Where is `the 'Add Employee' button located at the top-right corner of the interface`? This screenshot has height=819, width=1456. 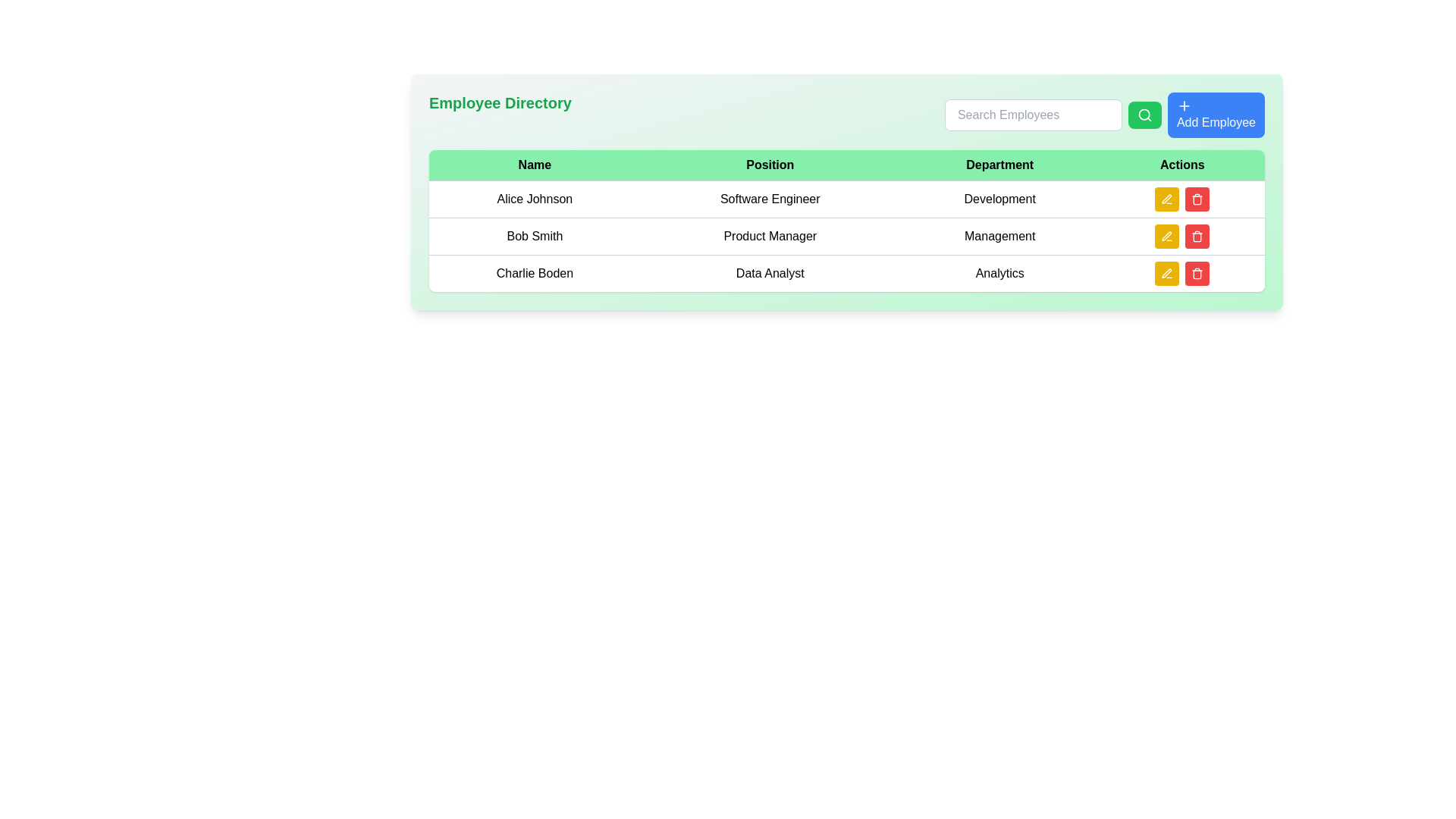
the 'Add Employee' button located at the top-right corner of the interface is located at coordinates (1216, 114).